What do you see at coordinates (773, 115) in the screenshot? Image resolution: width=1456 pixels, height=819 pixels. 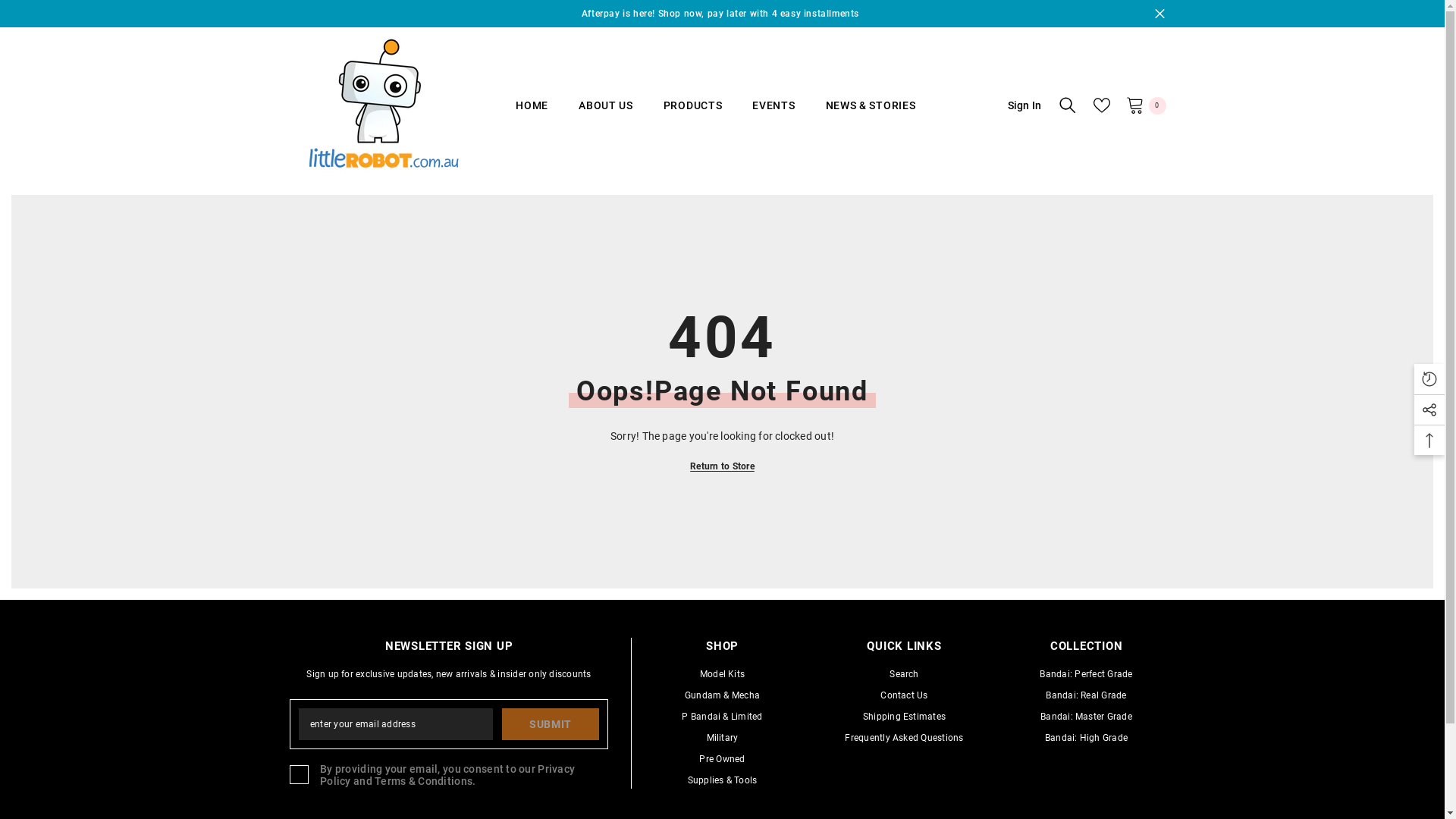 I see `'EVENTS'` at bounding box center [773, 115].